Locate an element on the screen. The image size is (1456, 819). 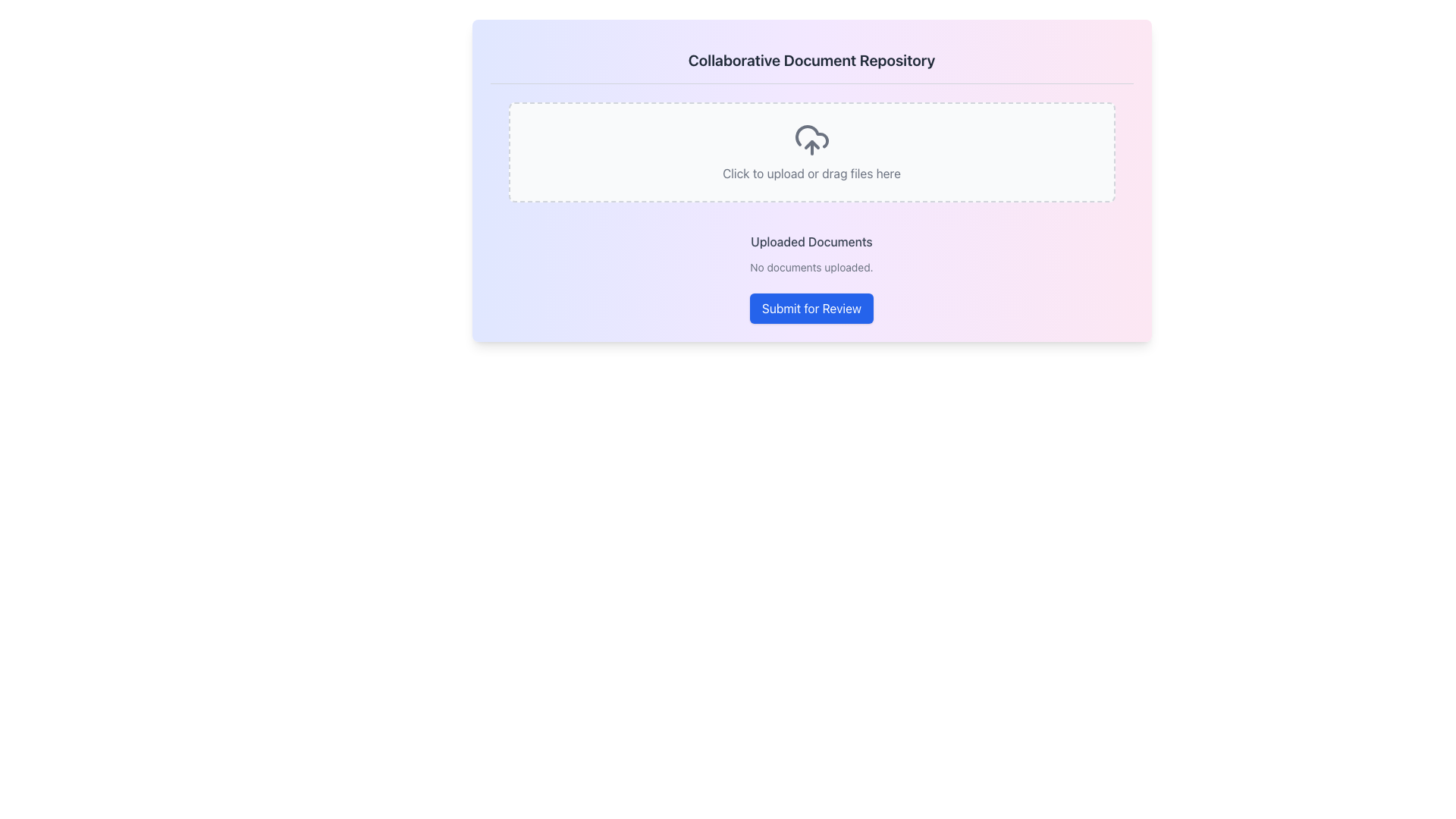
the descriptive text label in the 'Uploaded Documents' section, which is positioned above the text 'No documents uploaded.' and below the uploading interface area is located at coordinates (811, 241).